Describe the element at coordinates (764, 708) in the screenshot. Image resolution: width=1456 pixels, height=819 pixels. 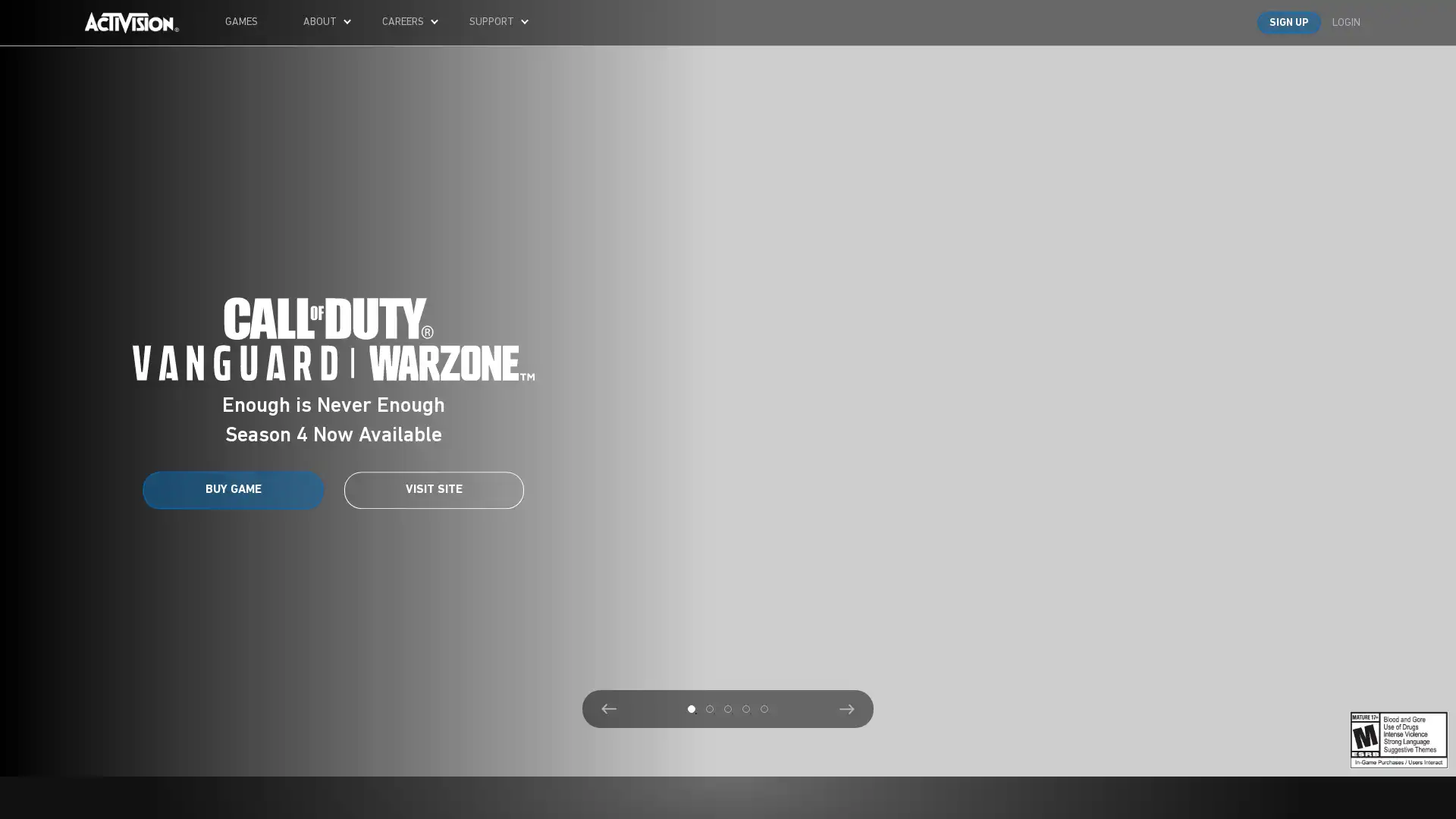
I see `5` at that location.